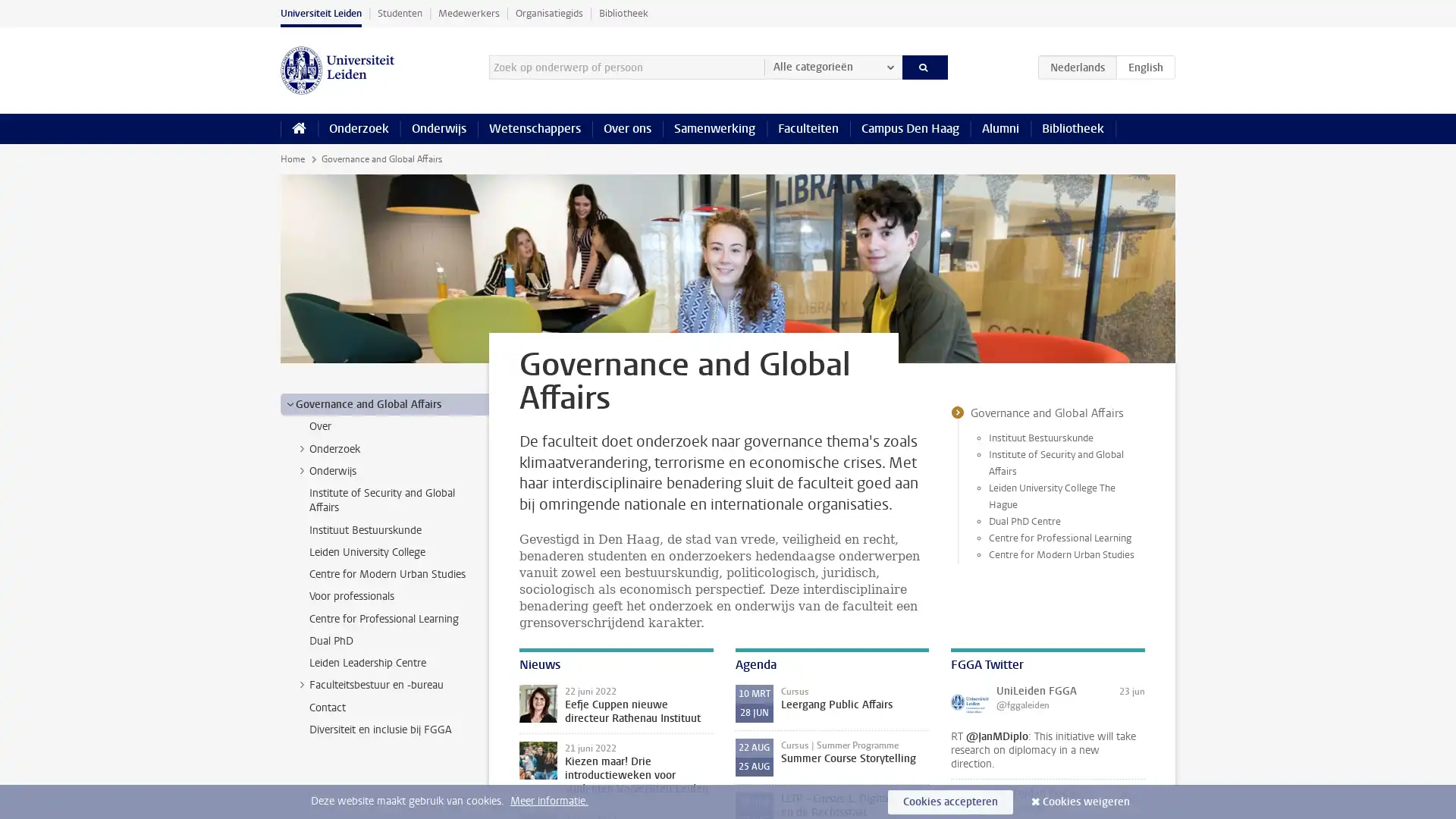 The height and width of the screenshot is (819, 1456). I want to click on Cookies accepteren, so click(949, 801).